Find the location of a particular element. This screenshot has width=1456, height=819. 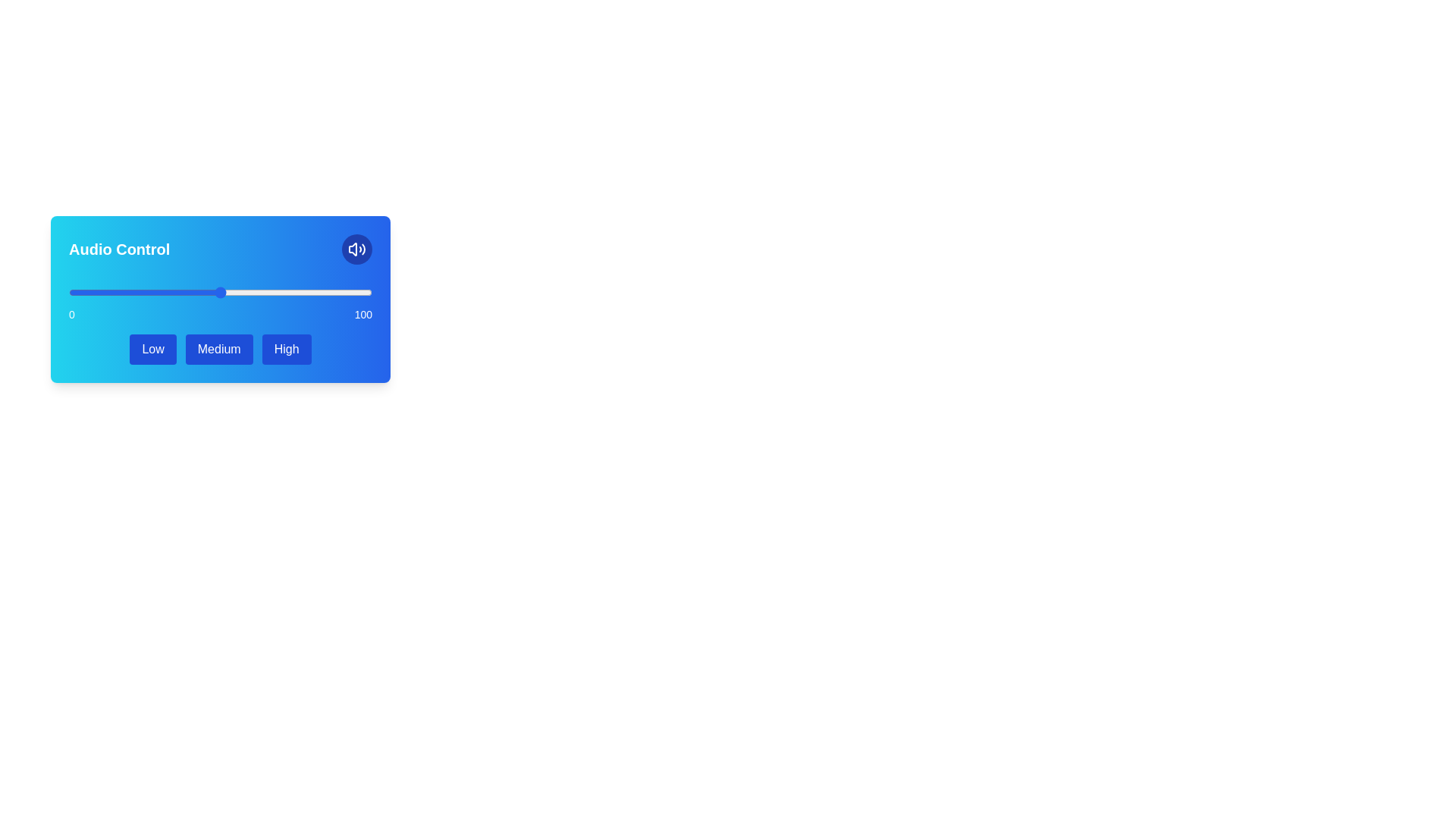

the handle of the Range slider located within the 'Audio Control' box, which allows users to select a value from 0 to 100 is located at coordinates (220, 302).